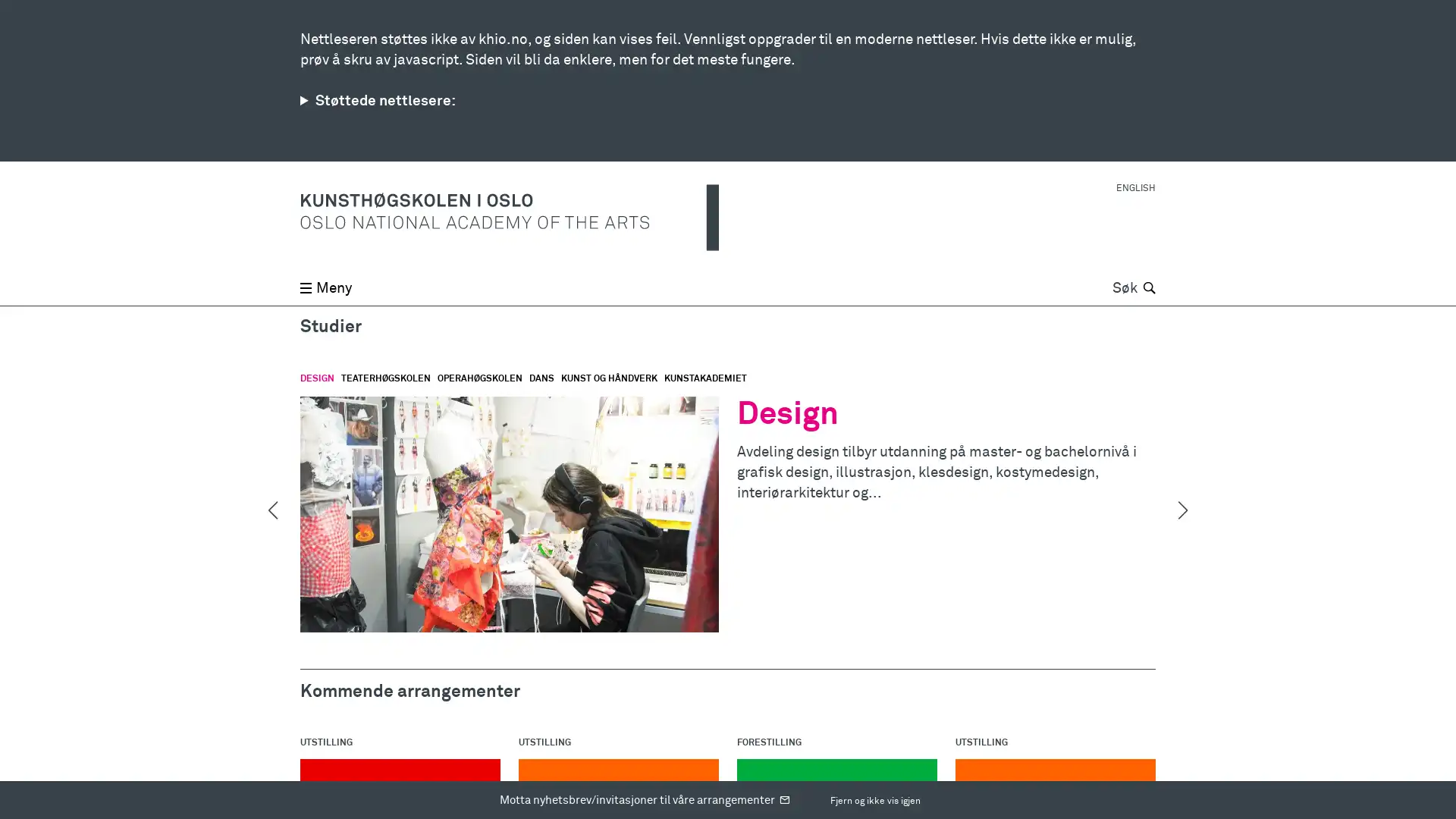  Describe the element at coordinates (325, 19) in the screenshot. I see `Meny` at that location.